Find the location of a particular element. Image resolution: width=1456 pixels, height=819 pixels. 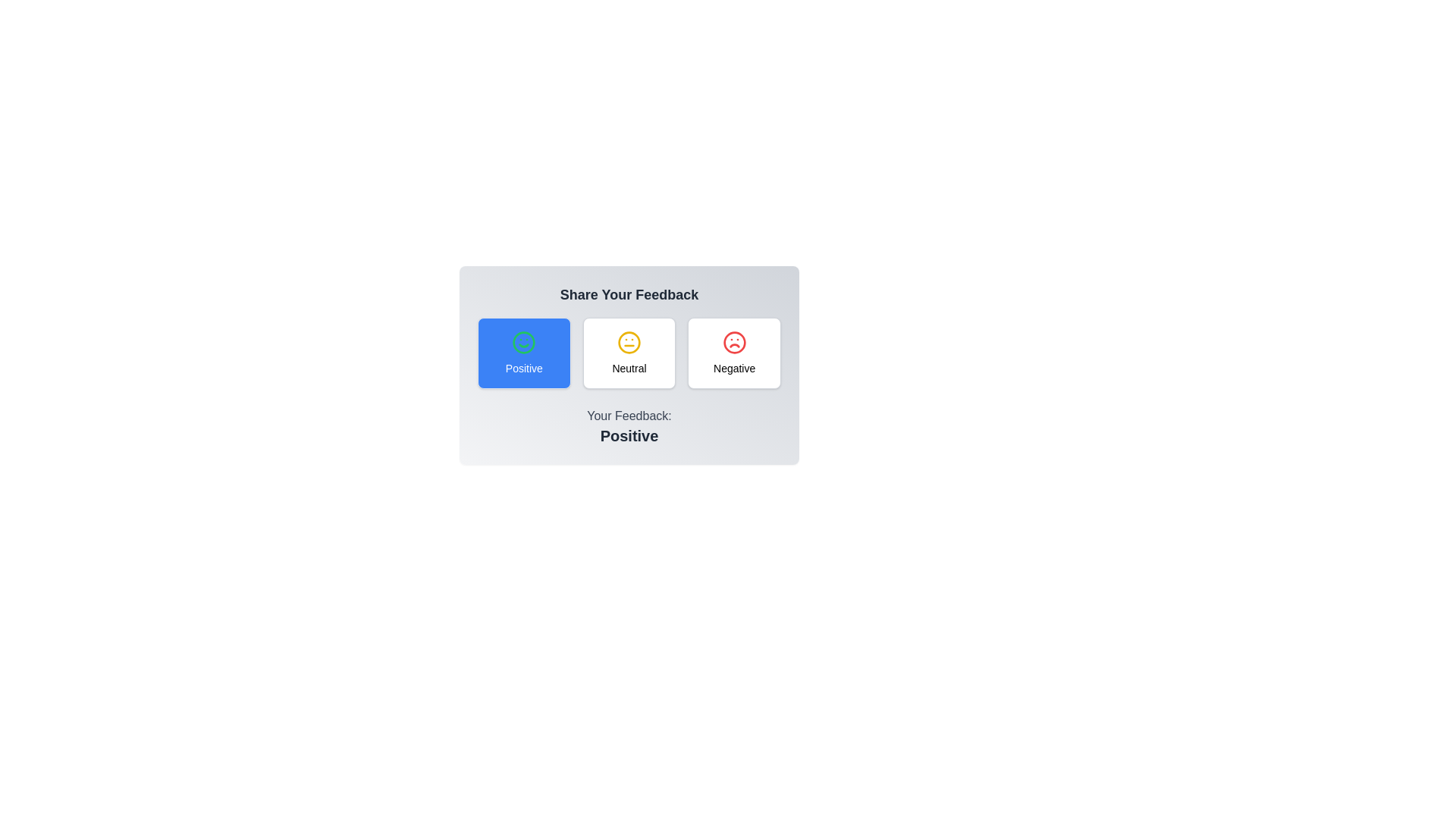

the feedback option Negative is located at coordinates (735, 353).